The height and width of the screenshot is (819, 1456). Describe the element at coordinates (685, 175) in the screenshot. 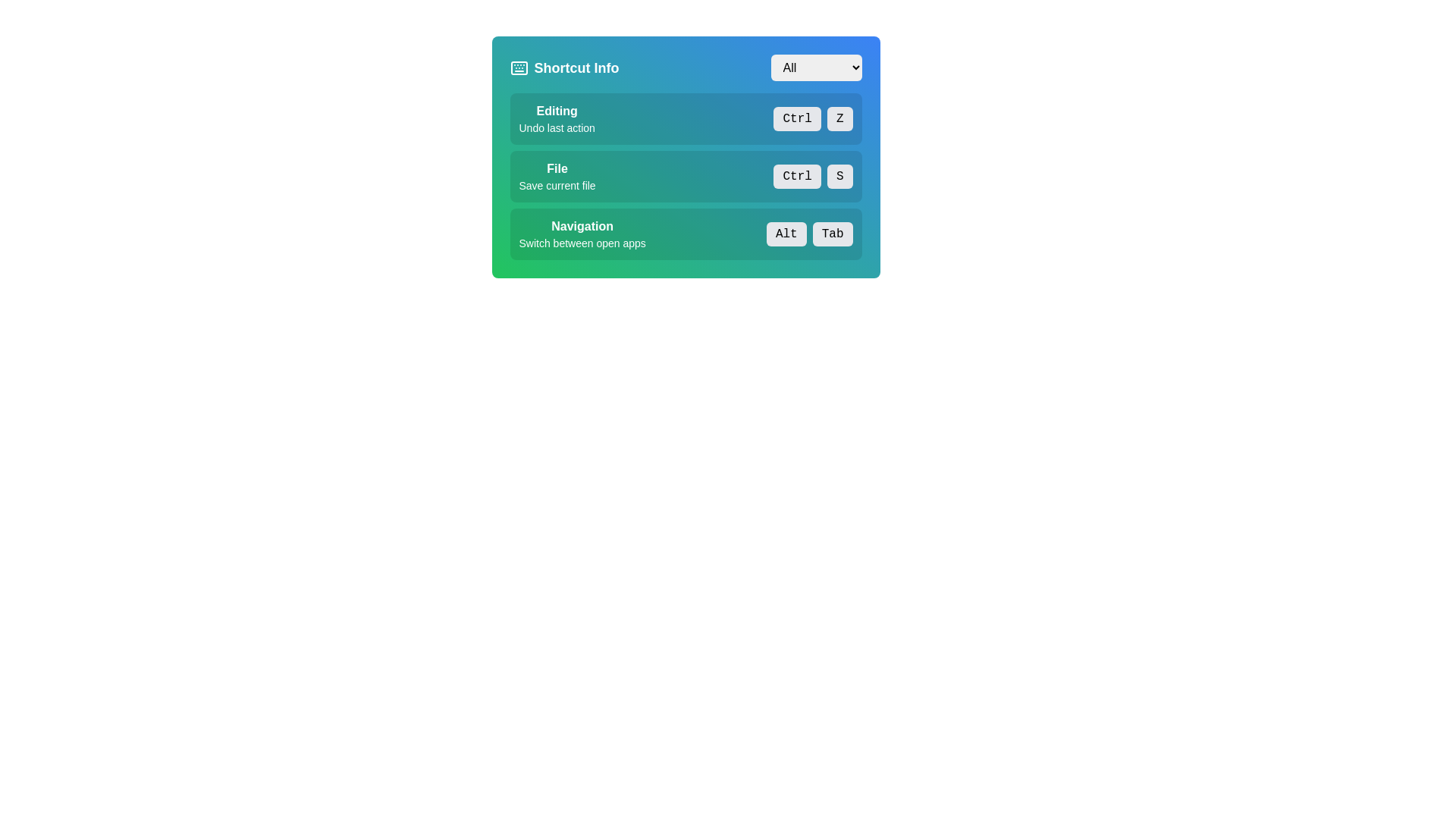

I see `the 'File' information section in the 'Shortcut Info' card, which describes 'Save current file' and includes 'Ctrl' and 'S' buttons` at that location.